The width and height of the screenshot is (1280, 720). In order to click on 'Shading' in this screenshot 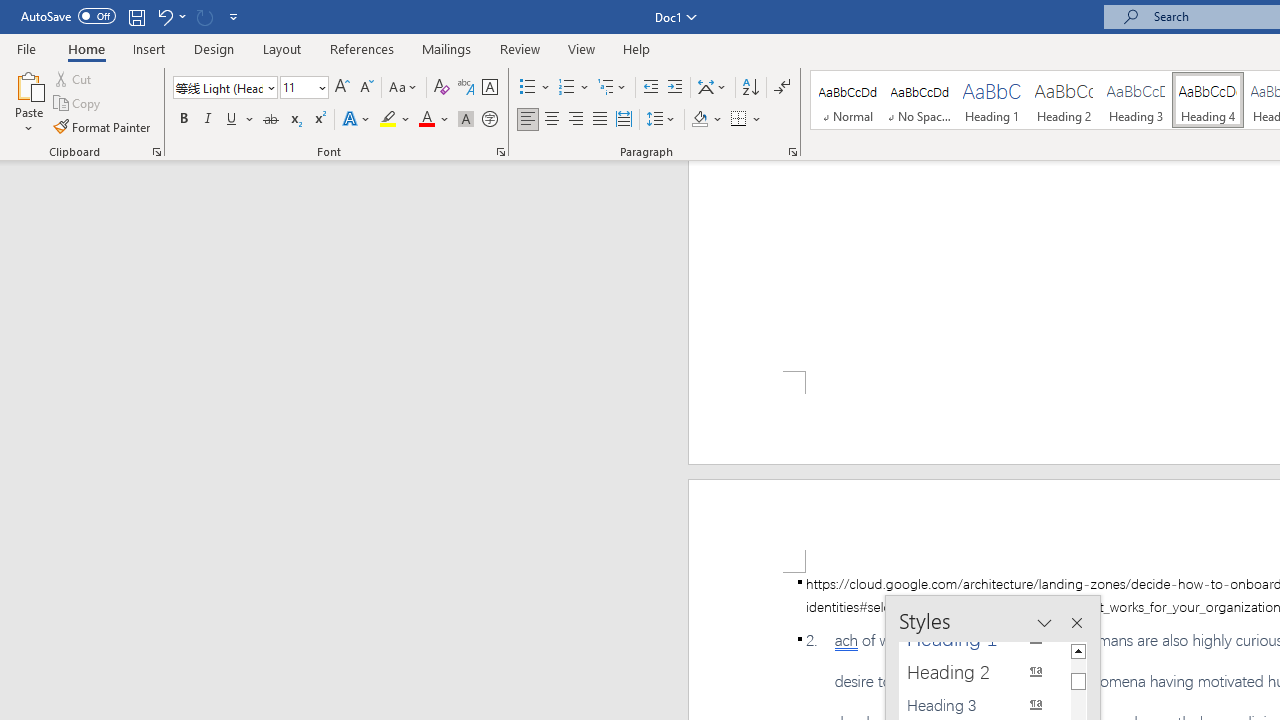, I will do `click(707, 119)`.